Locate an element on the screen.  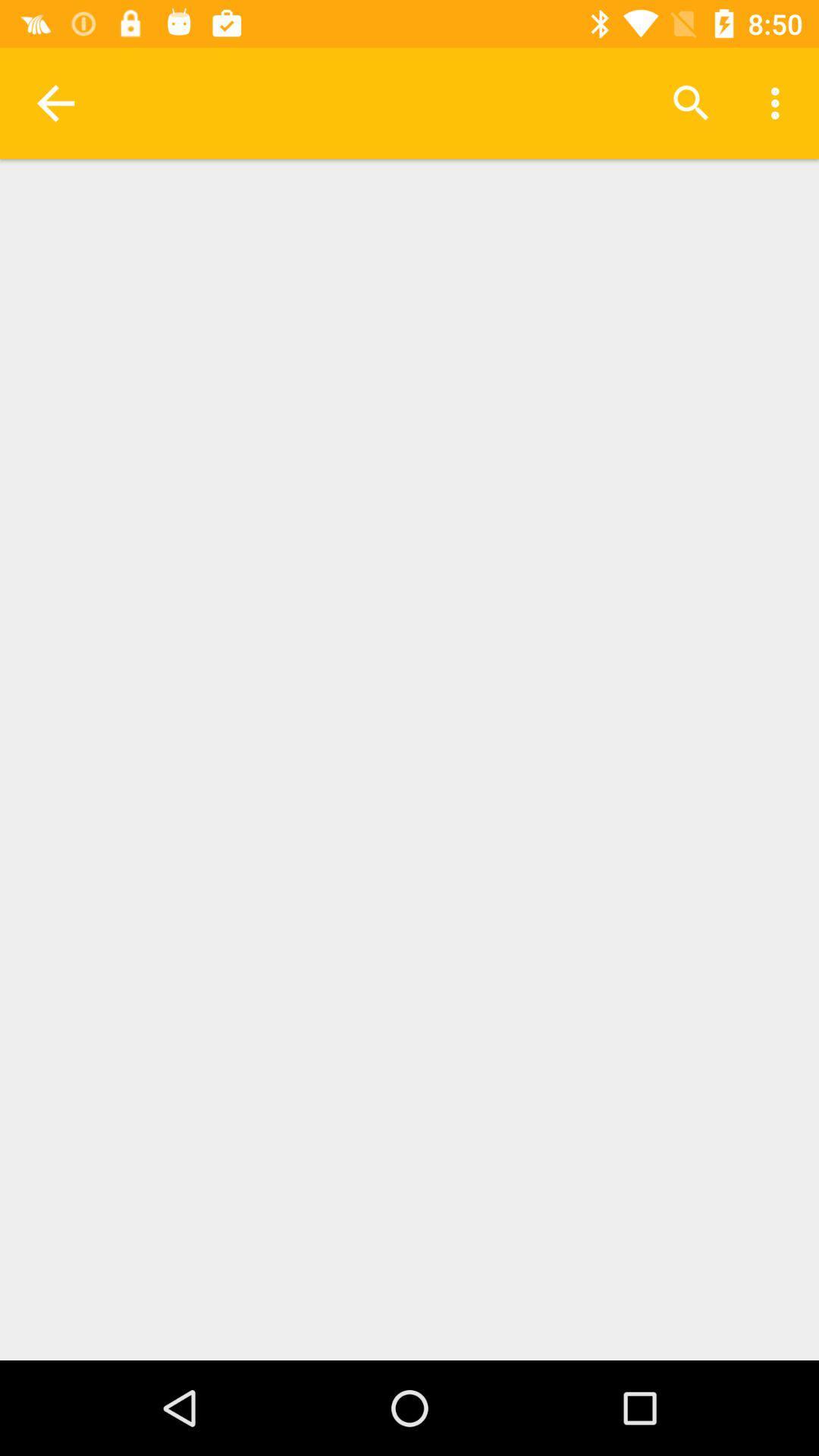
the icon at the top left corner is located at coordinates (55, 102).